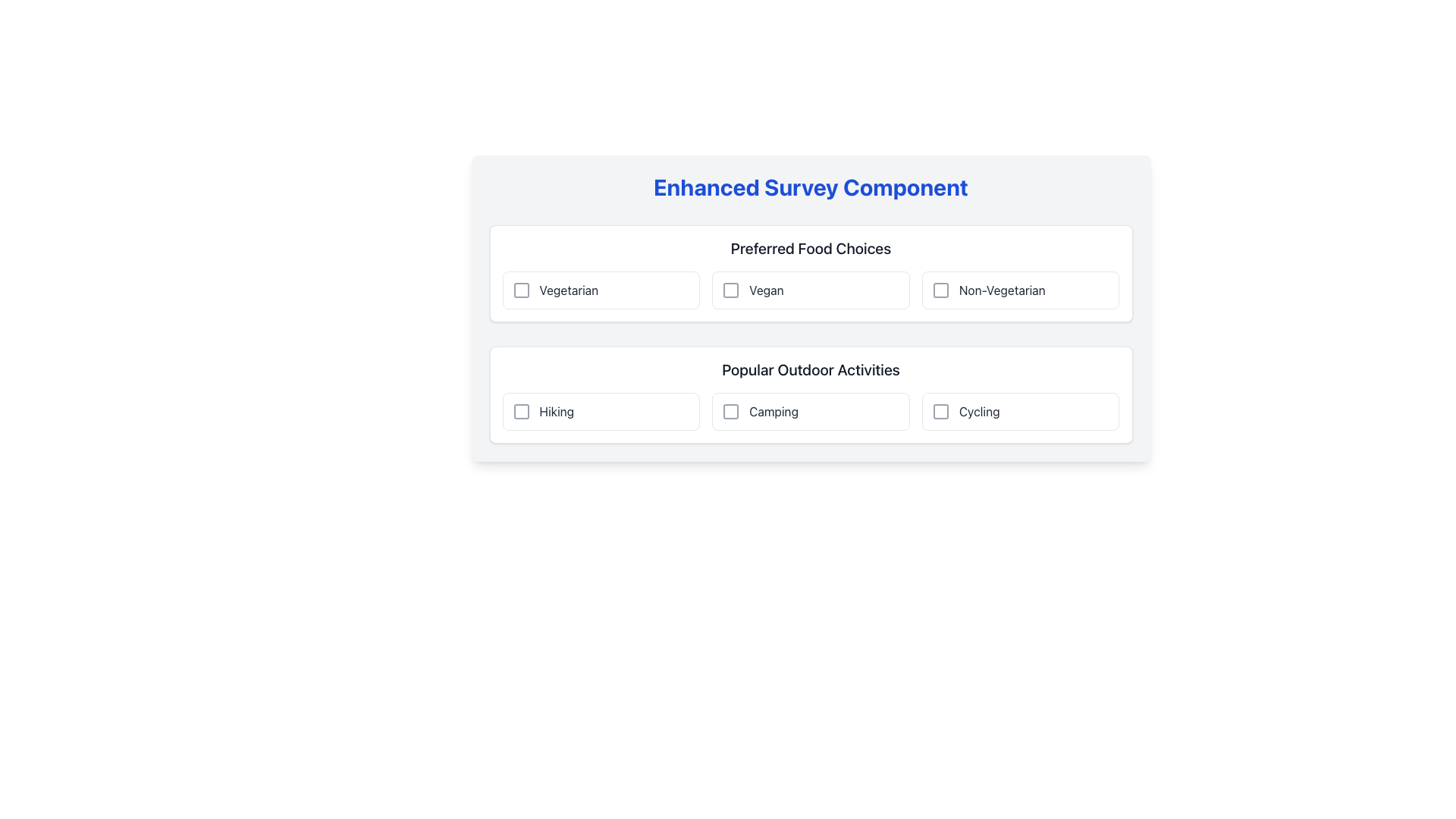 Image resolution: width=1456 pixels, height=819 pixels. Describe the element at coordinates (940, 412) in the screenshot. I see `the checkbox icon located within the 'Cycling' button` at that location.